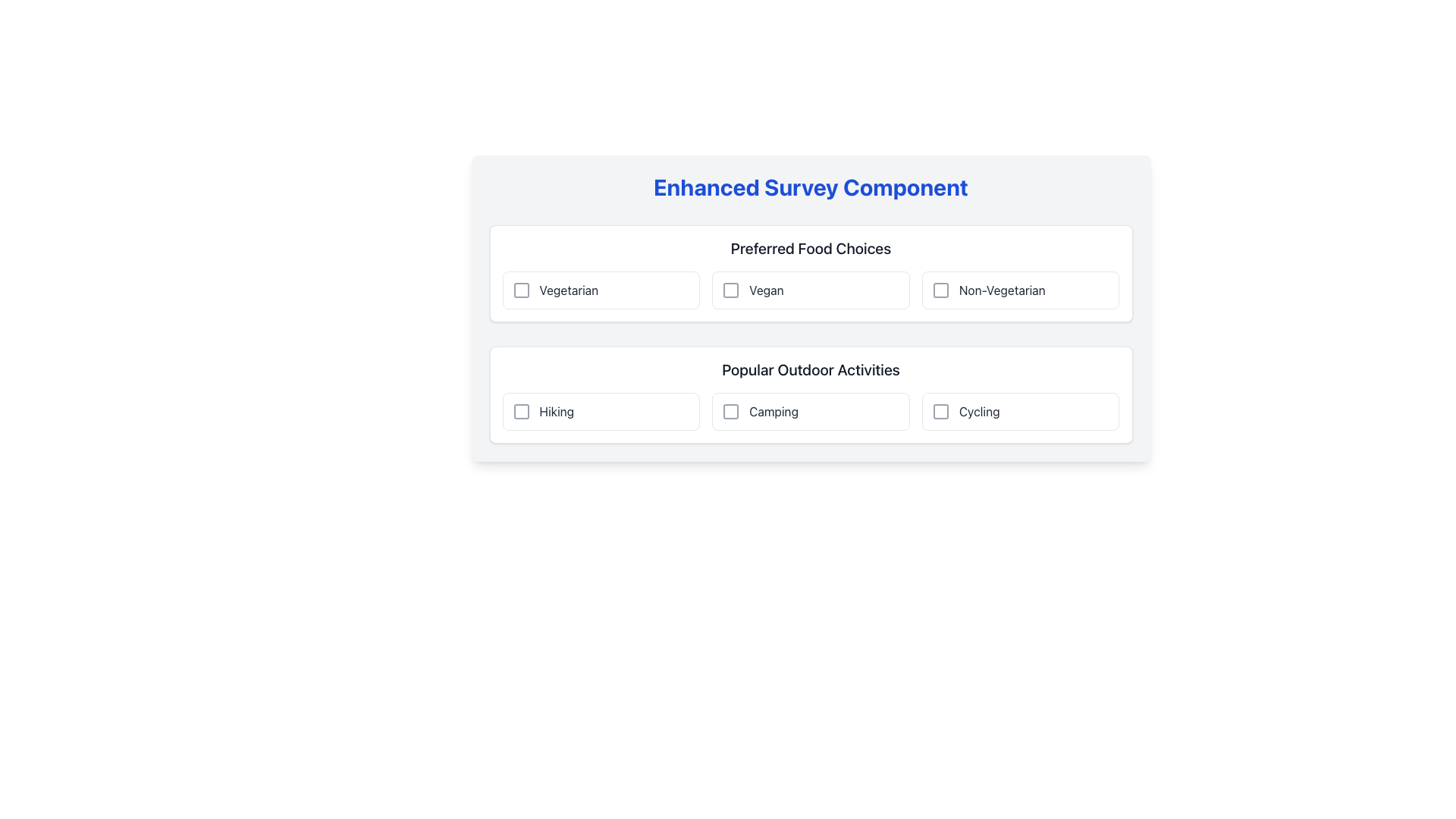 Image resolution: width=1456 pixels, height=819 pixels. Describe the element at coordinates (940, 412) in the screenshot. I see `the checkbox icon located within the 'Cycling' button` at that location.